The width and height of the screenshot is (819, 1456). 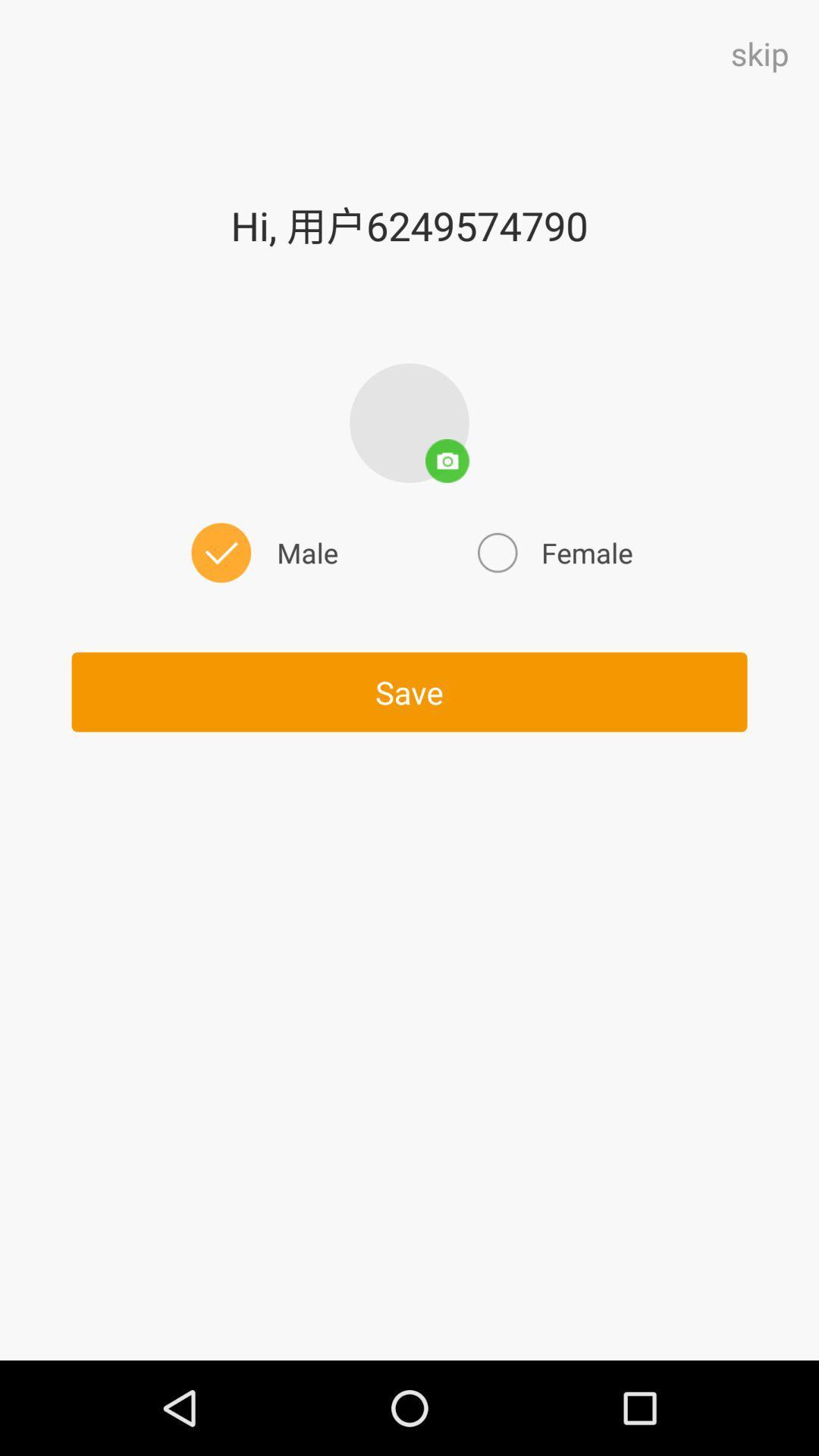 I want to click on the icon above female icon, so click(x=409, y=422).